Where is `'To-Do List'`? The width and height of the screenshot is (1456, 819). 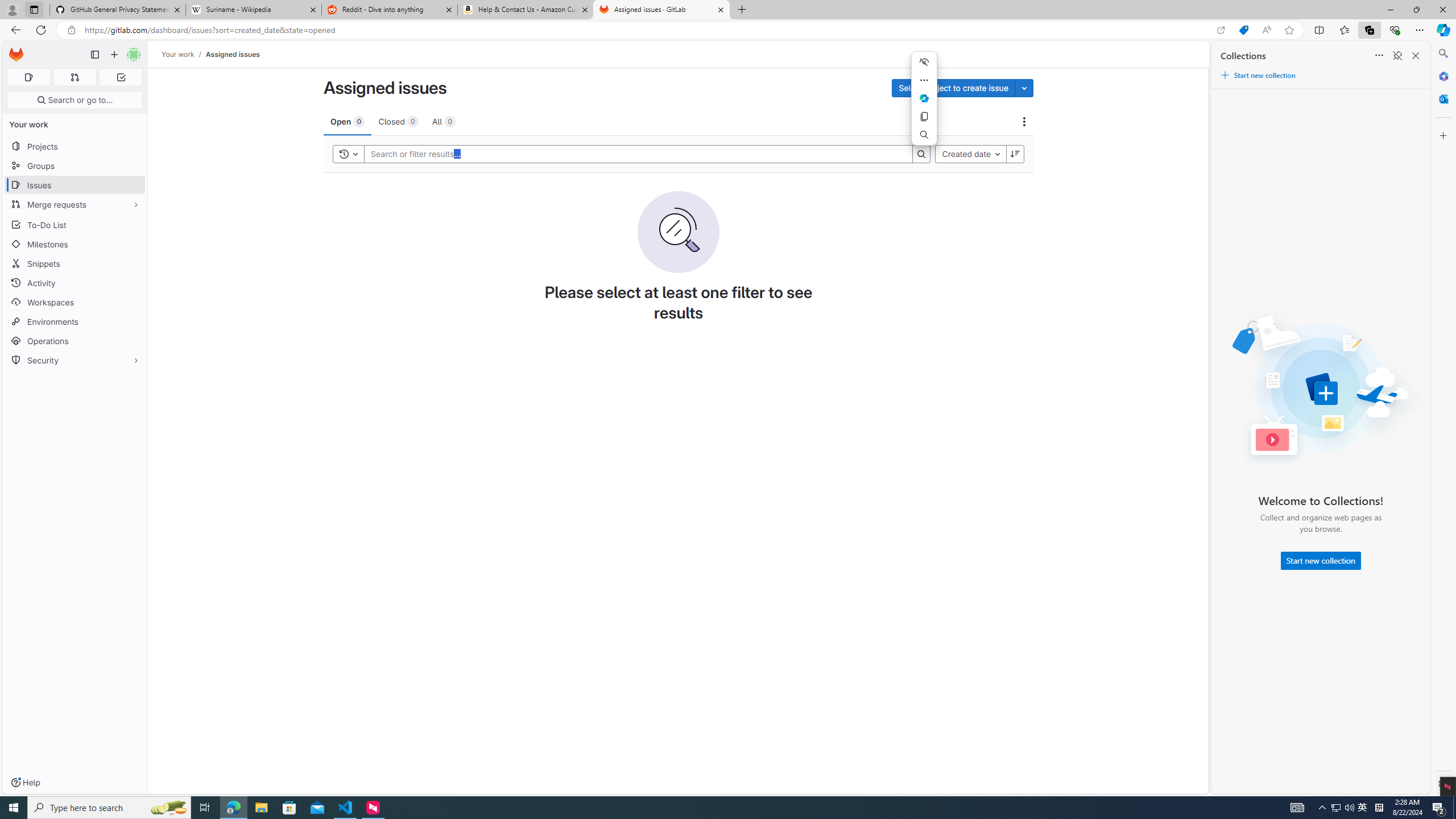
'To-Do List' is located at coordinates (74, 224).